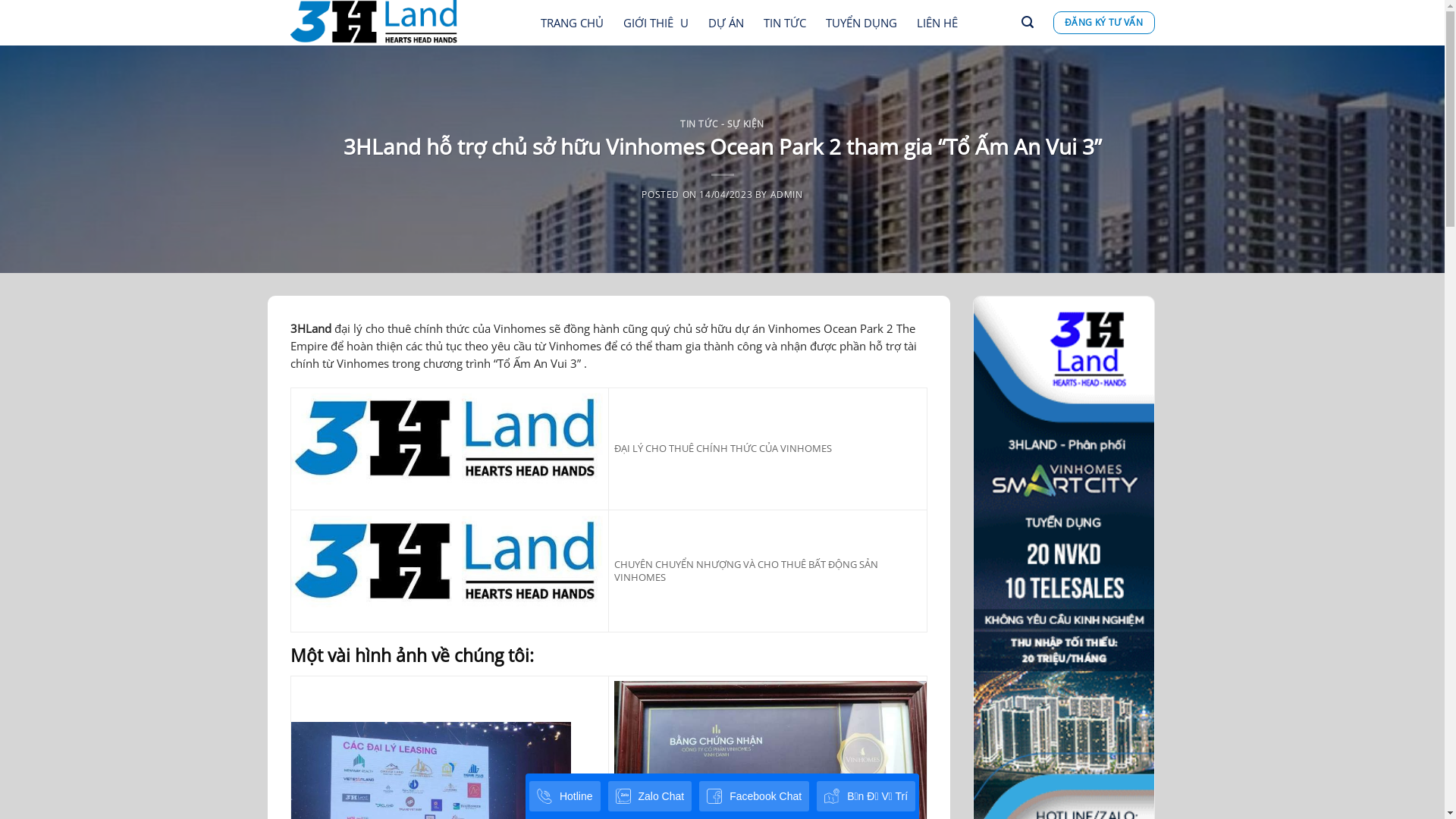 The height and width of the screenshot is (819, 1456). I want to click on 'ADMIN', so click(770, 193).